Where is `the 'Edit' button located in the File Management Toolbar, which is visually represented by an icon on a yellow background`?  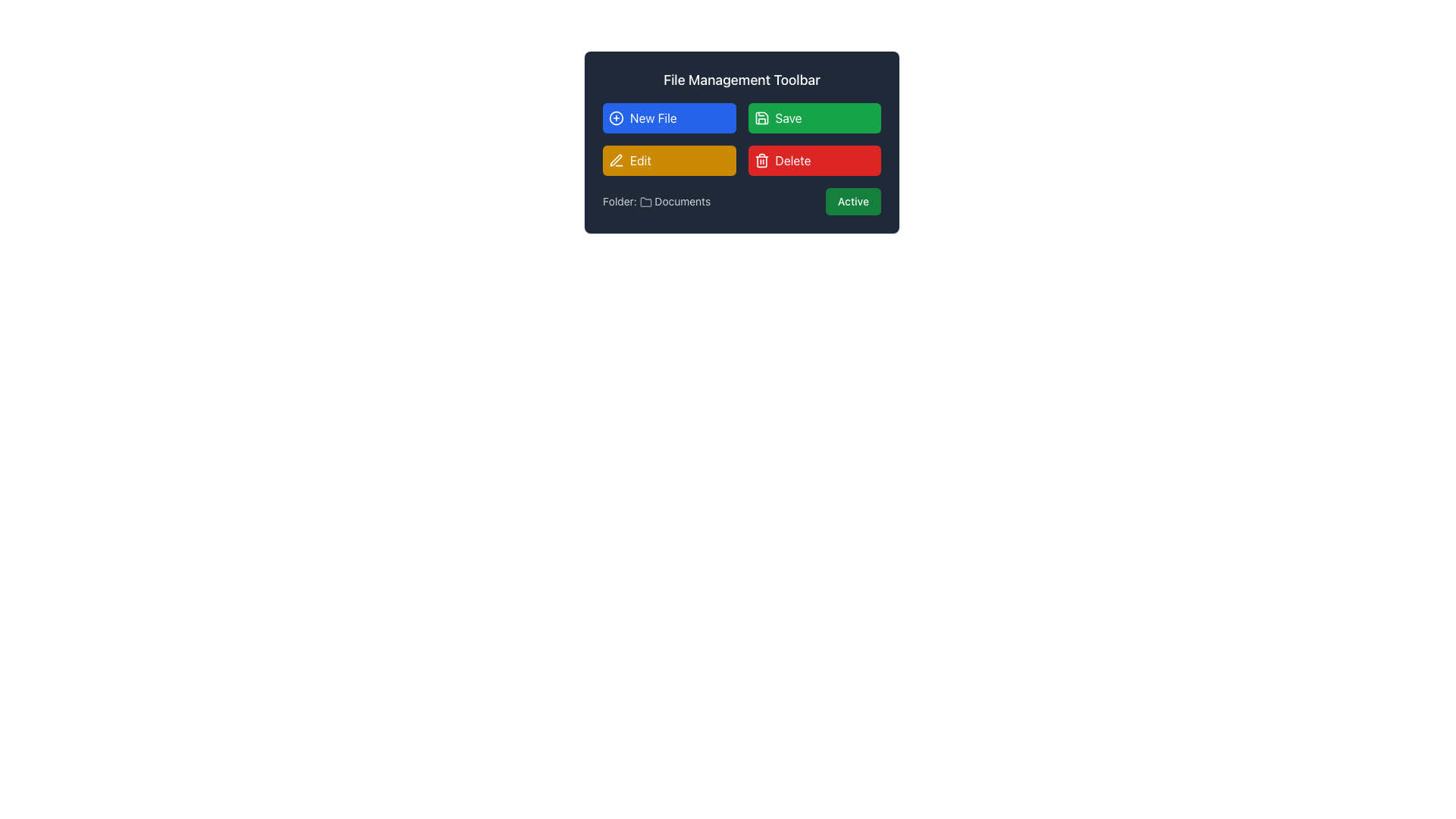
the 'Edit' button located in the File Management Toolbar, which is visually represented by an icon on a yellow background is located at coordinates (616, 161).